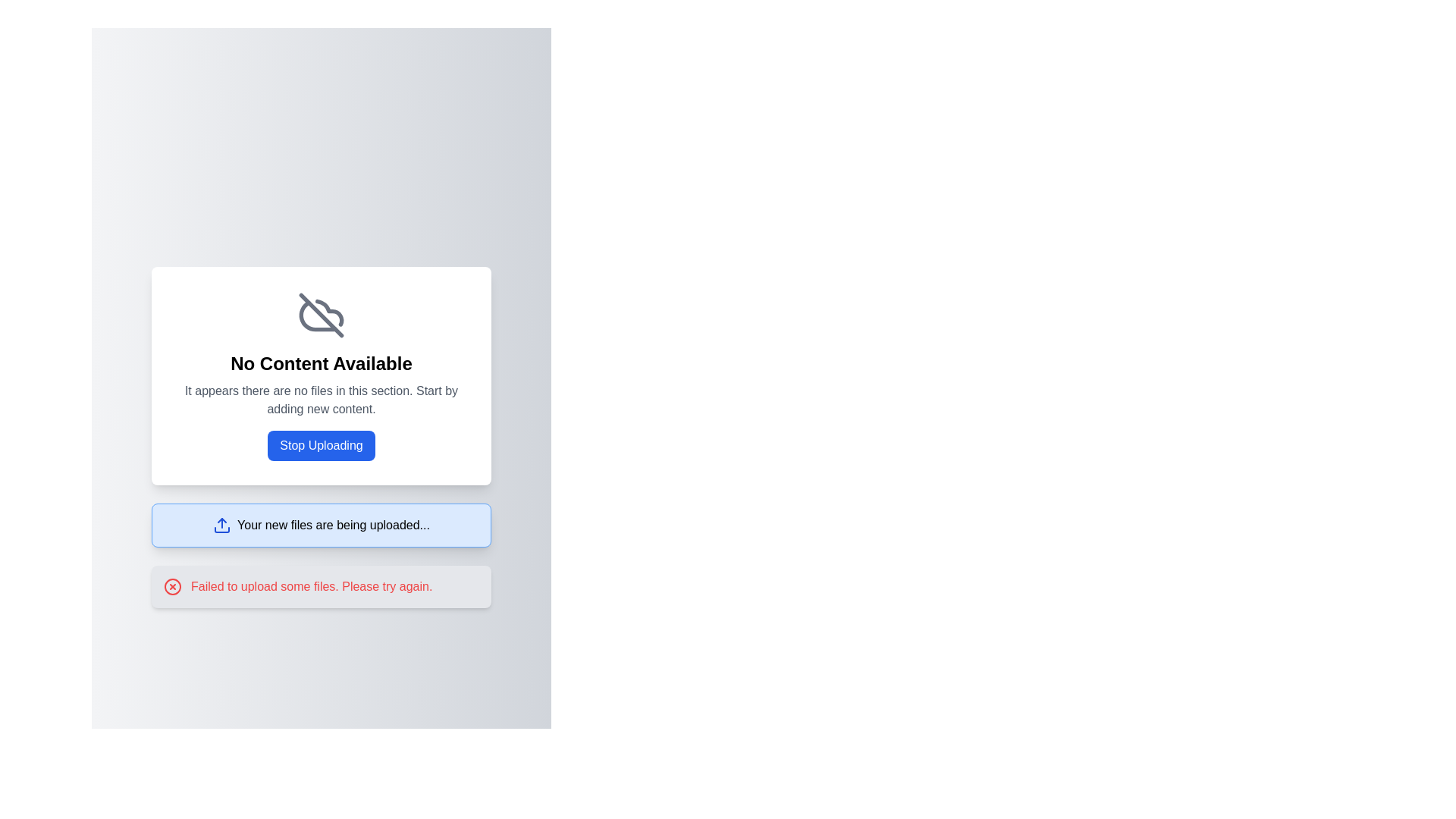  What do you see at coordinates (320, 444) in the screenshot?
I see `the 'Stop Uploading' button, which has a blue background and white text, to observe the visual effect of the hover state` at bounding box center [320, 444].